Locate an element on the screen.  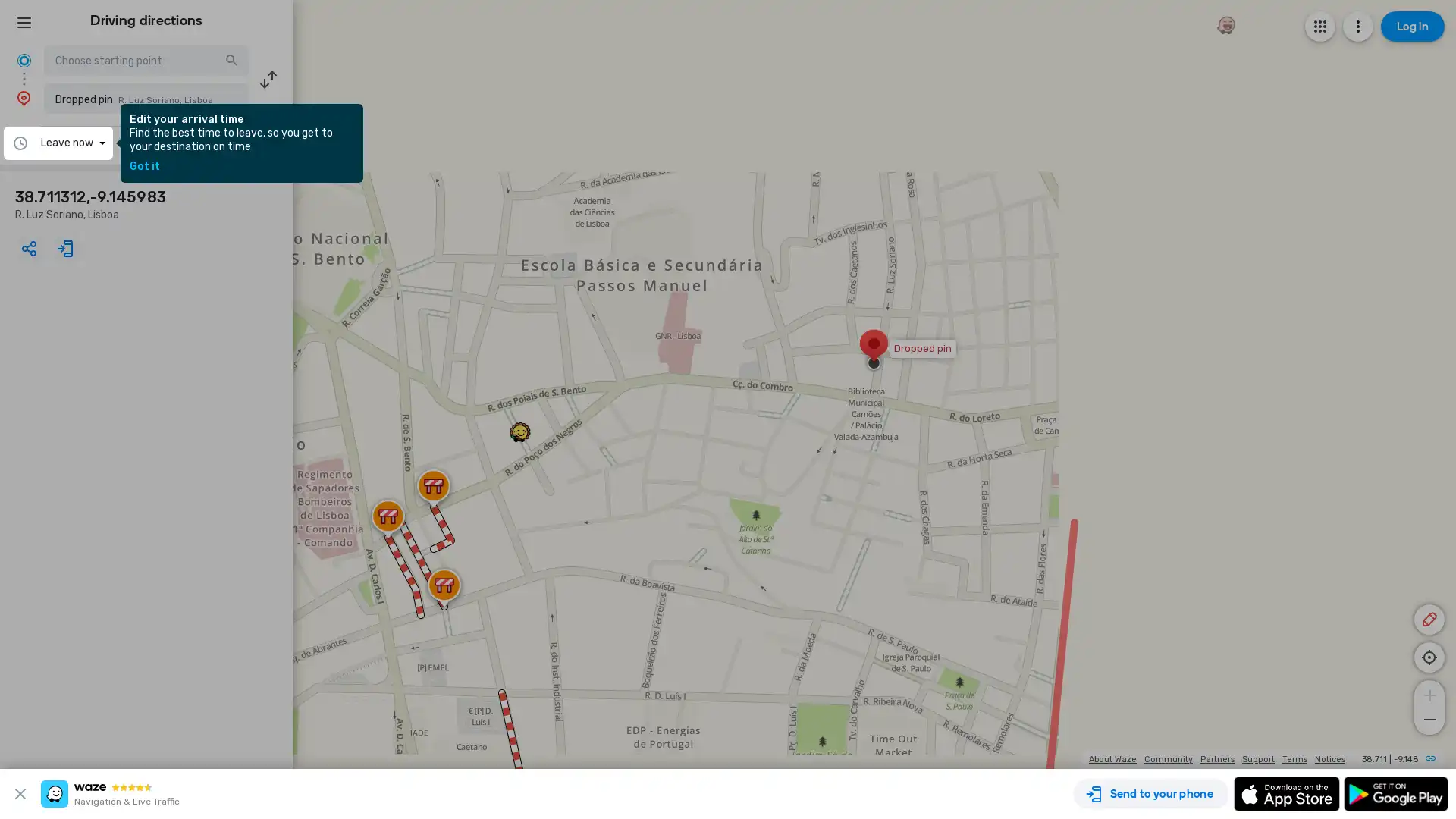
Got it is located at coordinates (145, 166).